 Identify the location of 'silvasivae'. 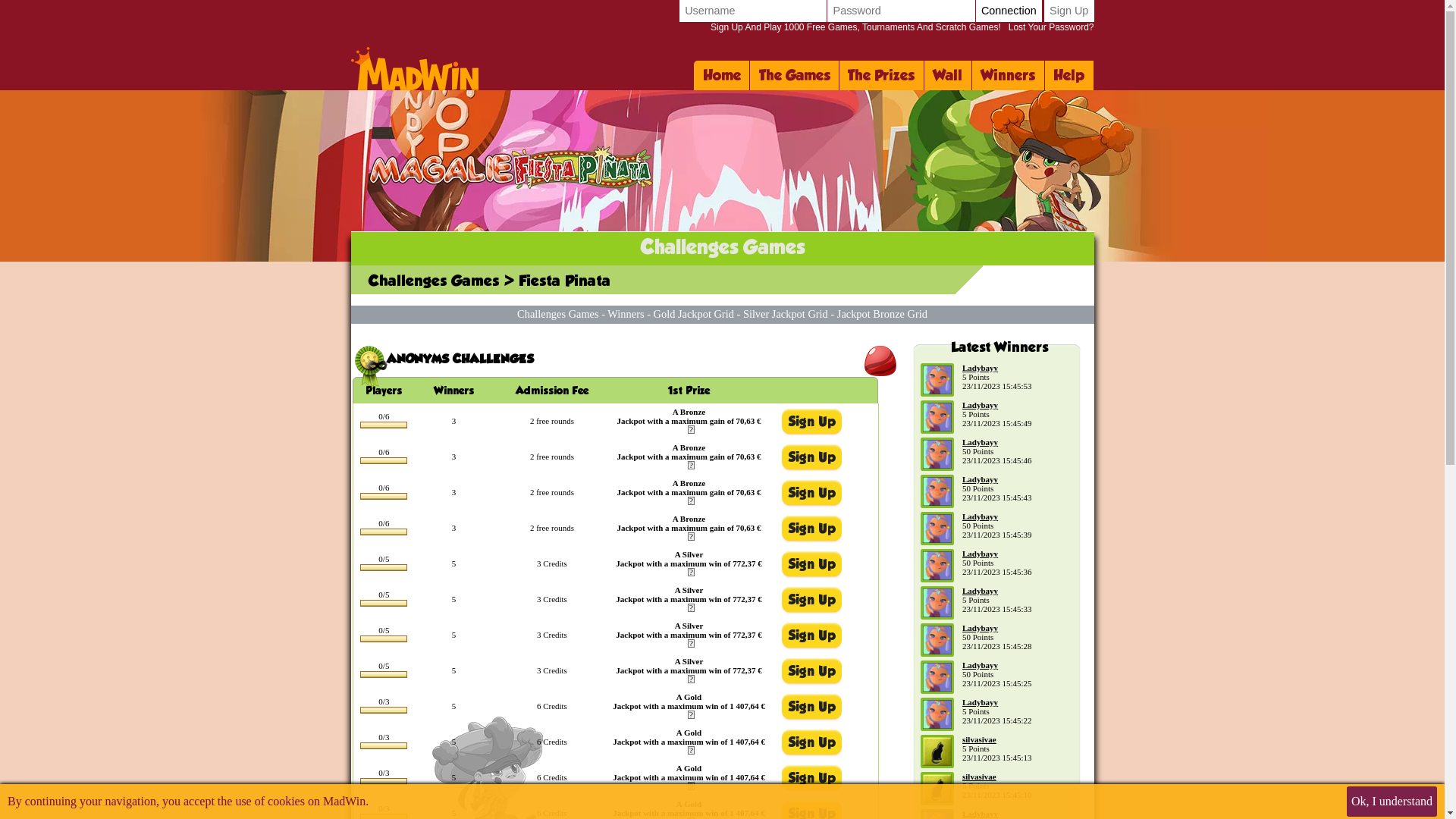
(979, 739).